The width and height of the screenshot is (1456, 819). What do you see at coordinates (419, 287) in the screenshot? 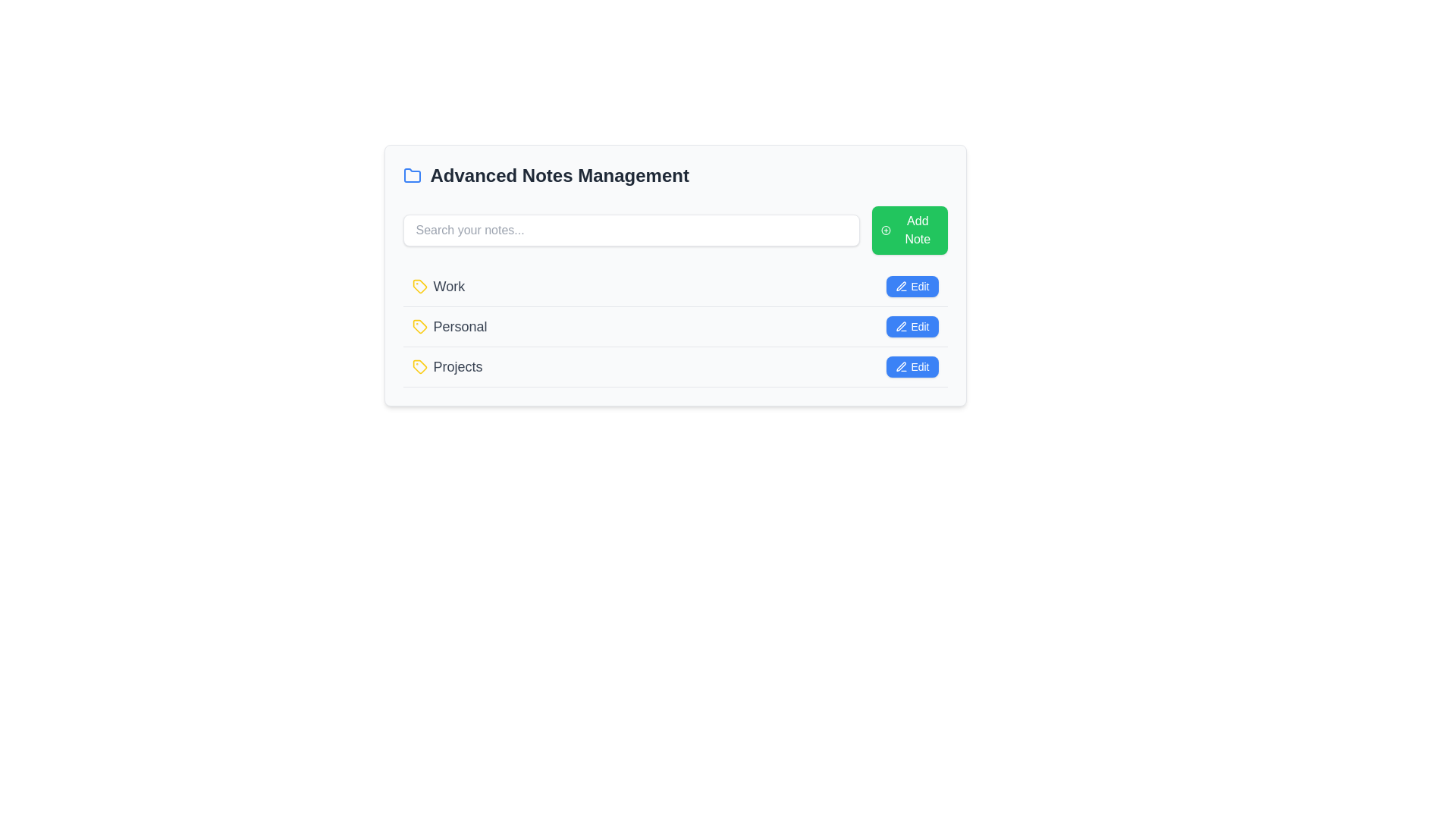
I see `the visual tag icon representing the 'Work' entry, which is located in the first row of the list aligned with 'Personal' and 'Projects' in the 'Advanced Notes Management' interface` at bounding box center [419, 287].